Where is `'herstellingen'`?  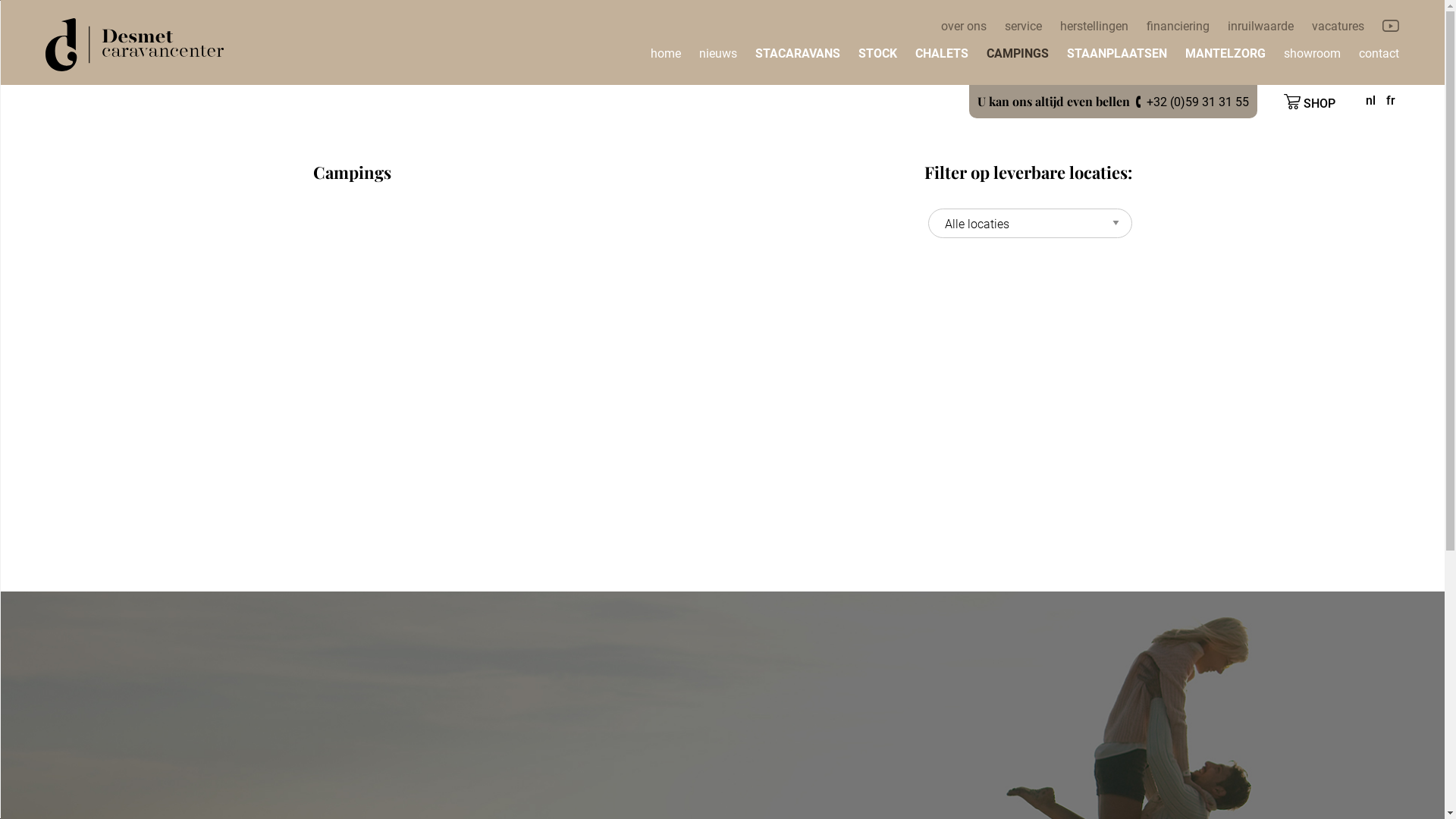 'herstellingen' is located at coordinates (1094, 26).